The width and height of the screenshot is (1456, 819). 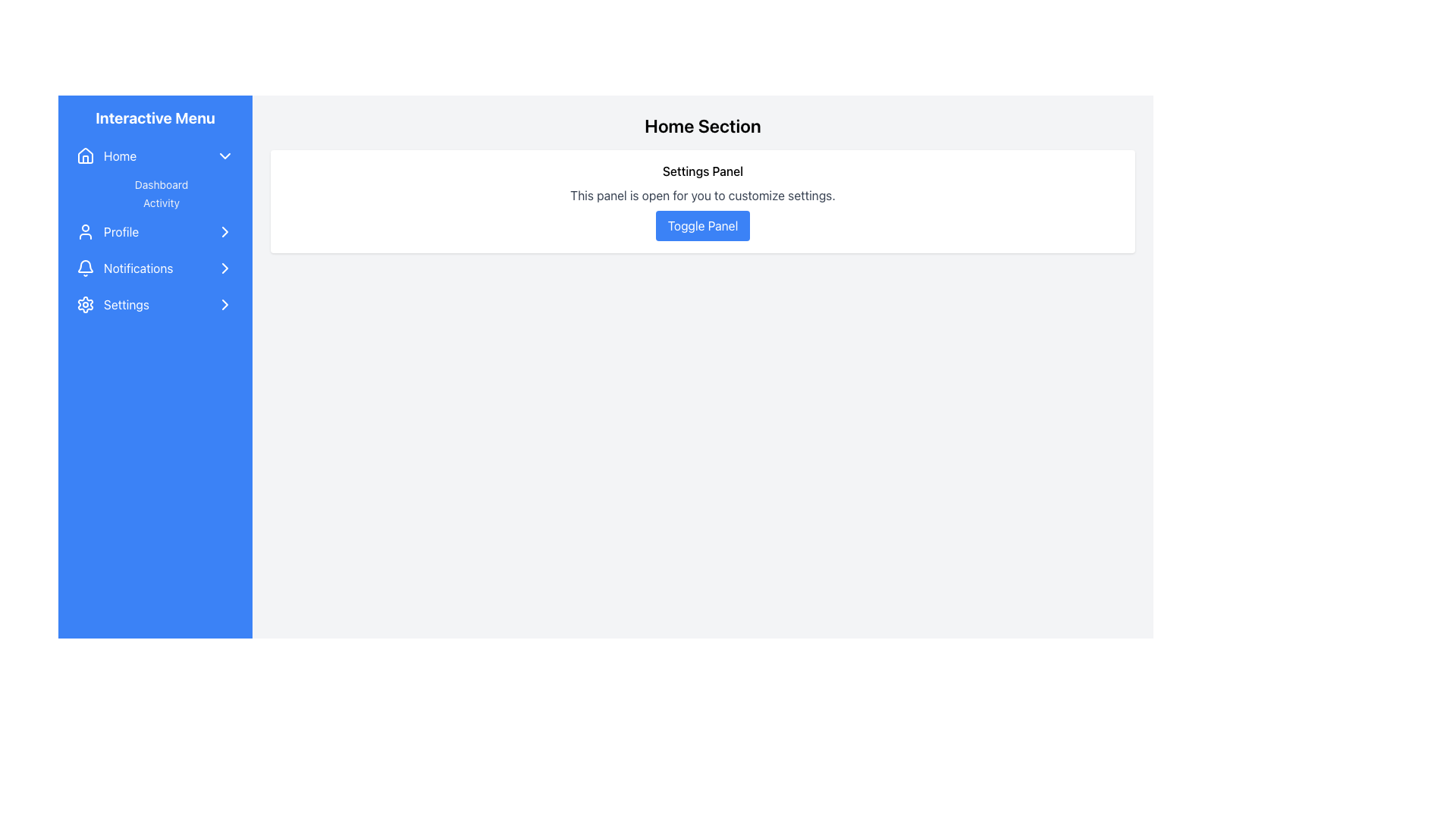 What do you see at coordinates (85, 304) in the screenshot?
I see `the cogwheel-like settings icon located in the vertical navigation bar next to the 'Settings' label` at bounding box center [85, 304].